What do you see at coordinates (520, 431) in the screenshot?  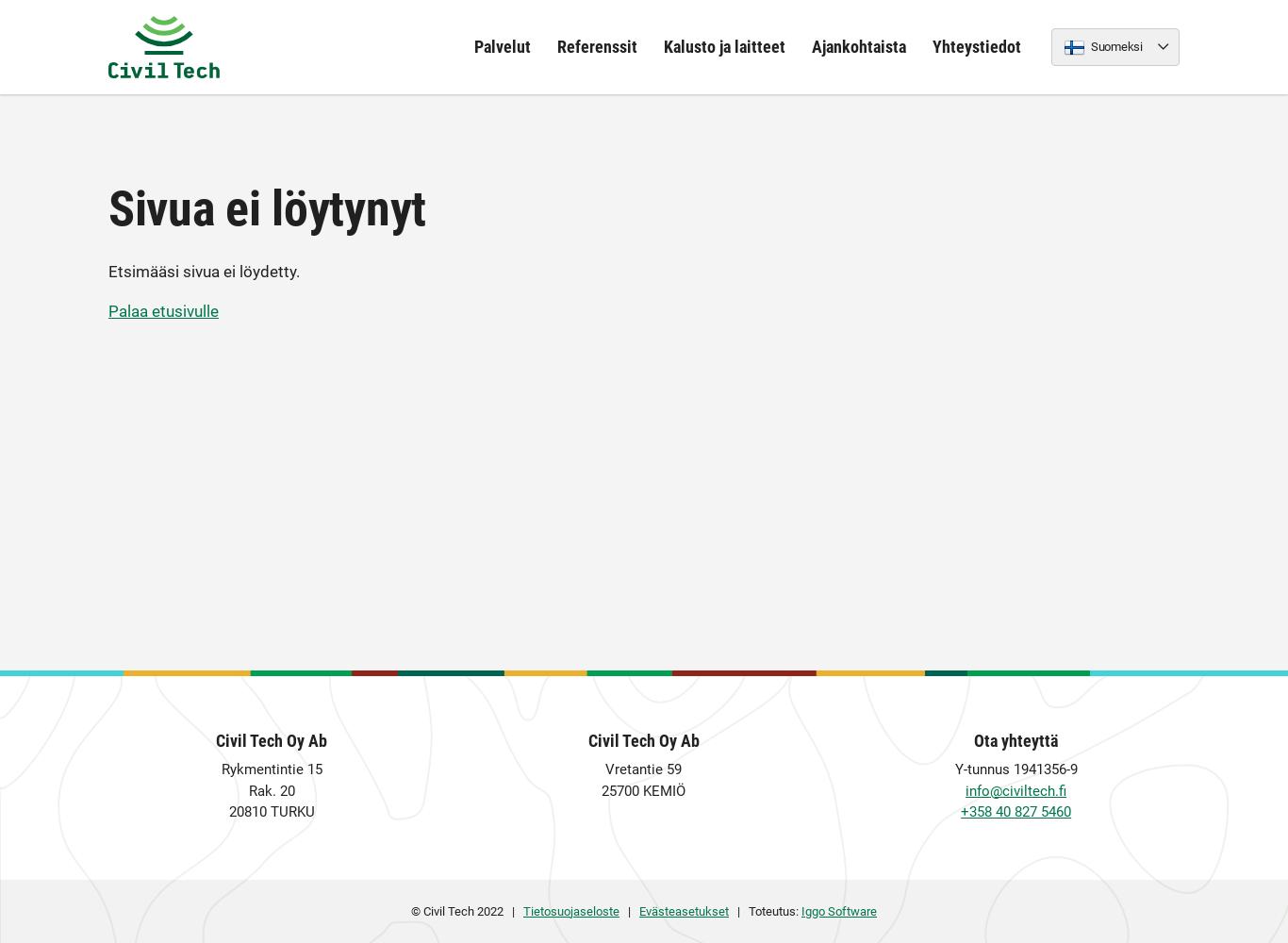 I see `'Hakusana'` at bounding box center [520, 431].